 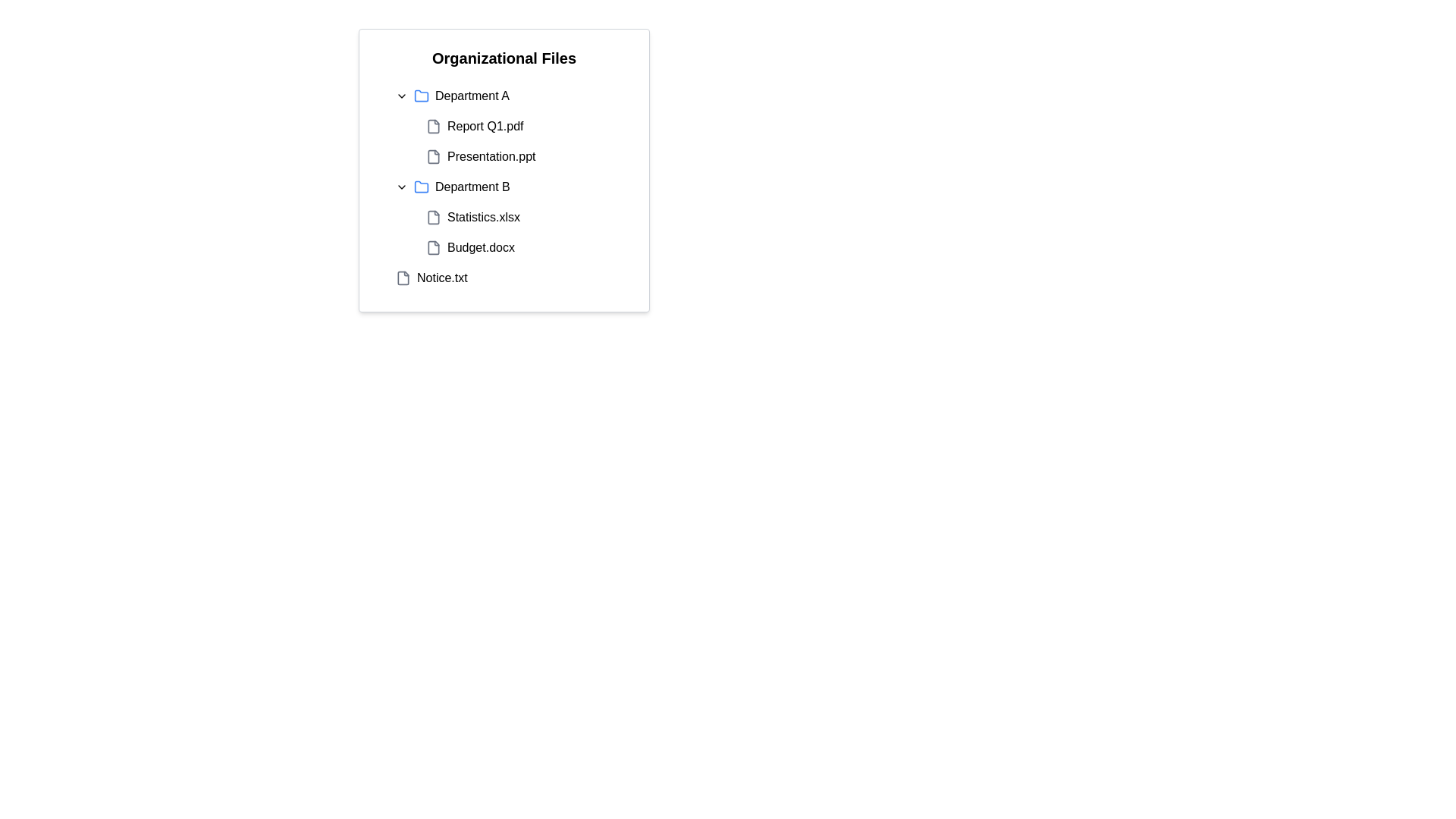 I want to click on the List item categorized under 'Department A' which is positioned under 'Organizational Files' in the hierarchical structure, so click(x=504, y=125).